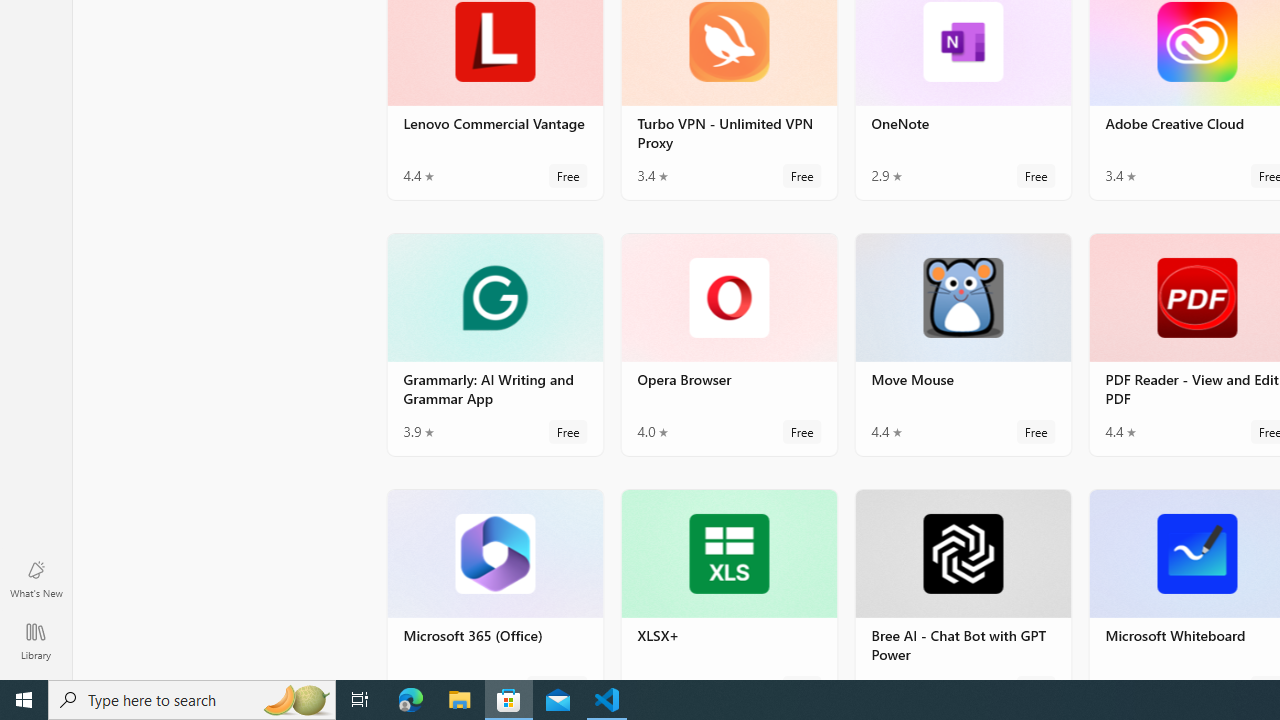  Describe the element at coordinates (727, 583) in the screenshot. I see `'XLSX+. Average rating of 4.6 out of five stars. Free  '` at that location.